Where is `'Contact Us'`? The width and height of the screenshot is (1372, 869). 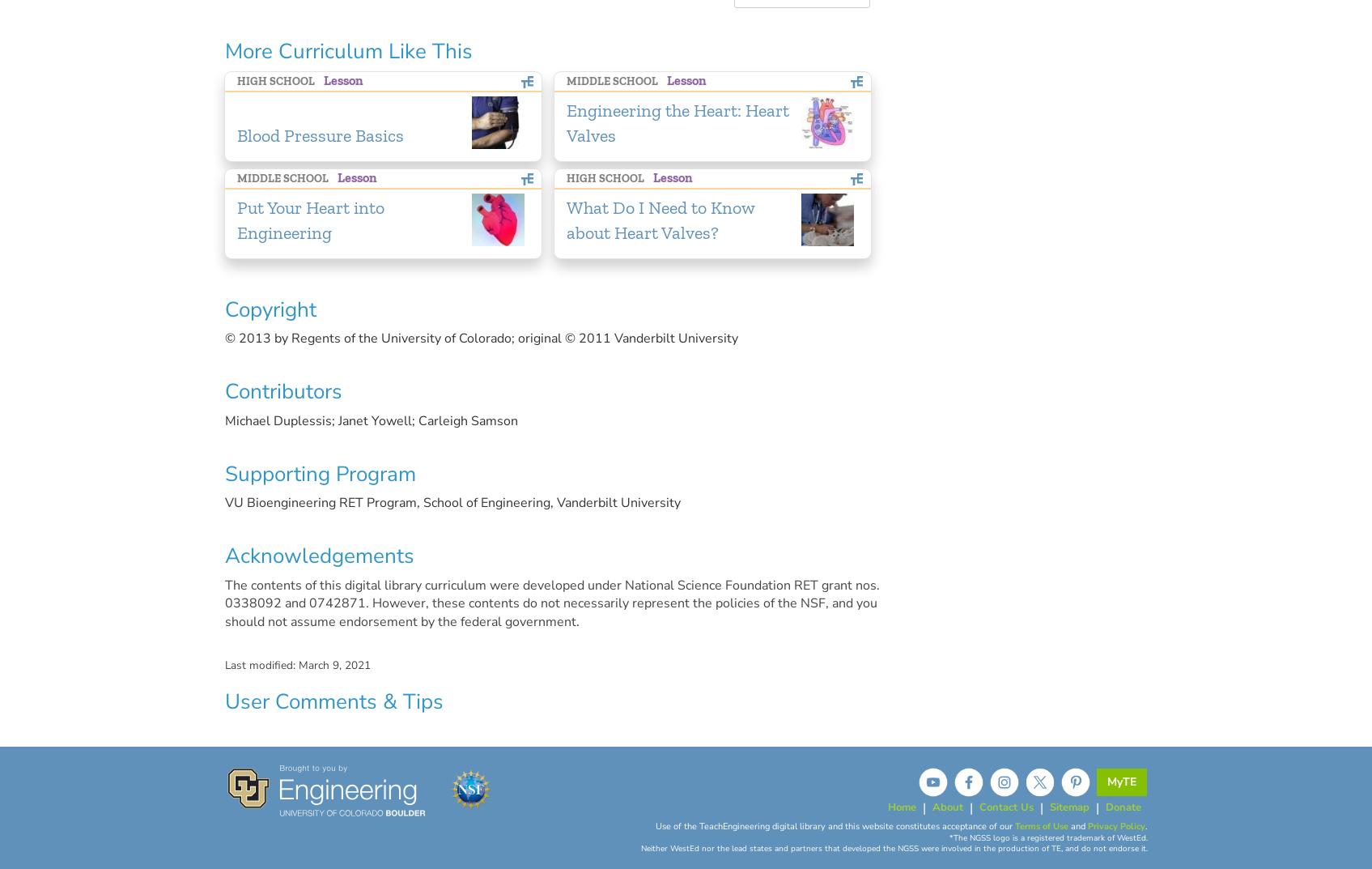 'Contact Us' is located at coordinates (1005, 805).